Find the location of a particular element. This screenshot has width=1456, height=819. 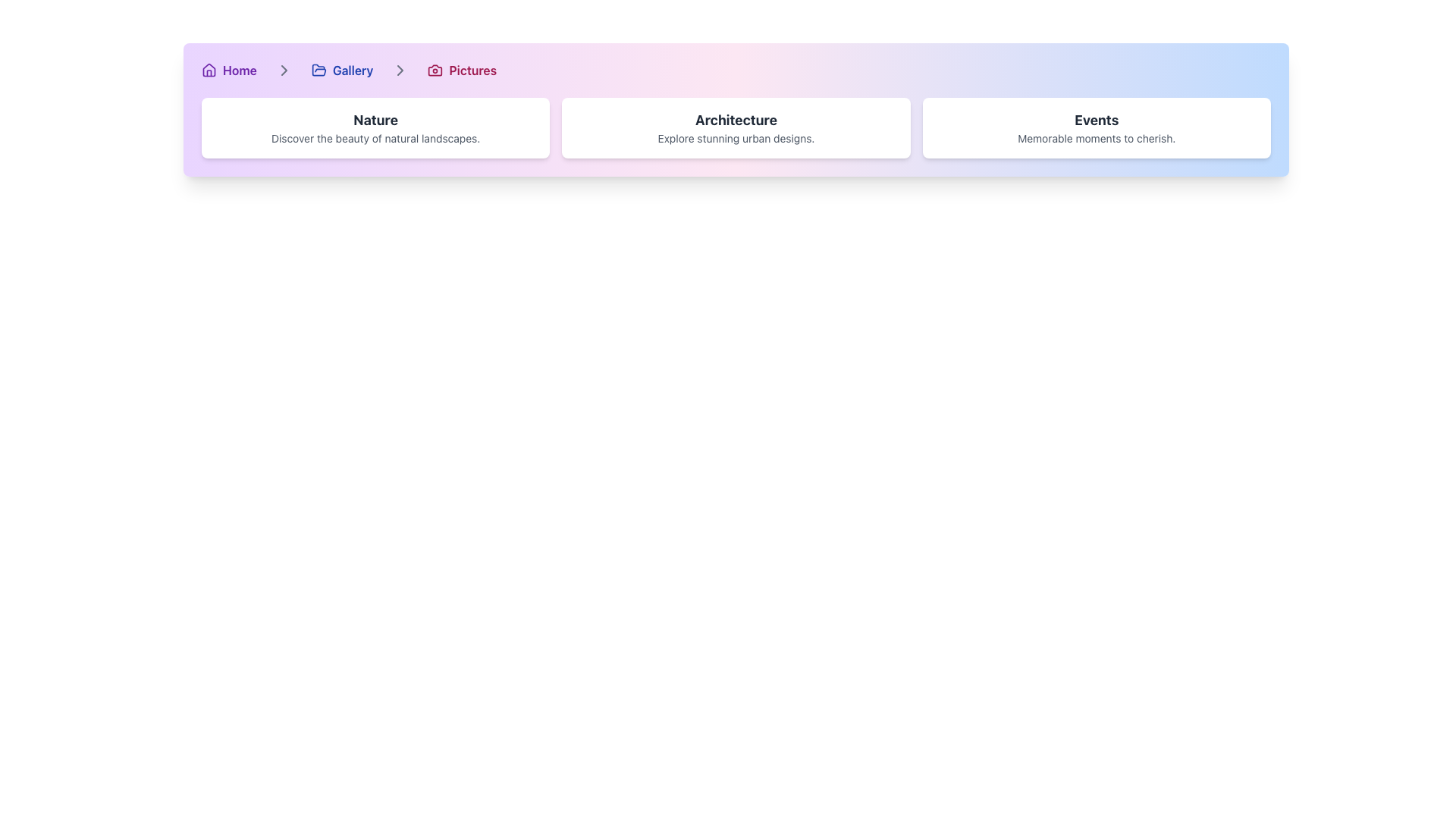

the 'Gallery' navigation label located in the breadcrumb navigation bar is located at coordinates (352, 70).